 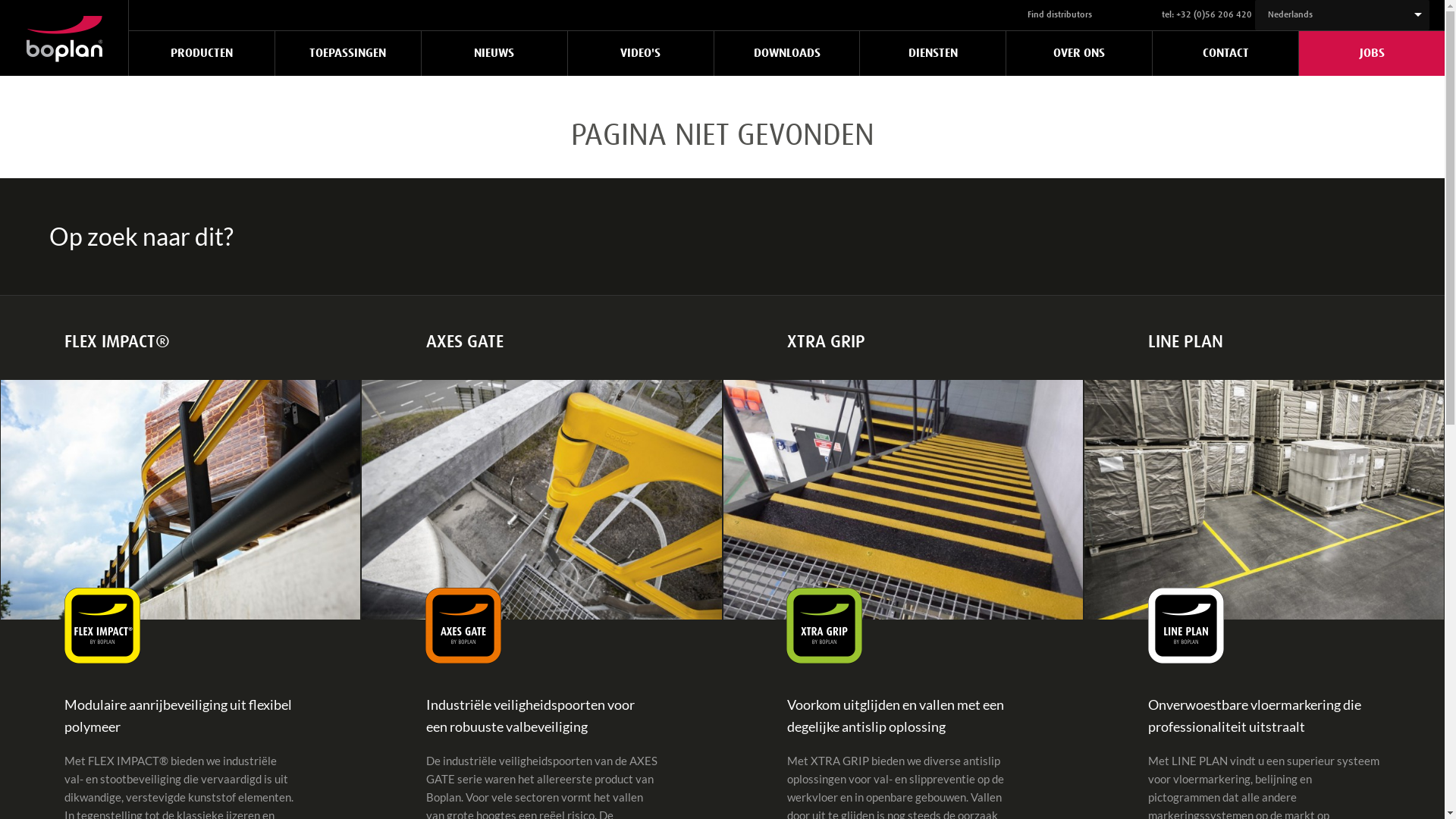 I want to click on 'DIENSTEN', so click(x=931, y=52).